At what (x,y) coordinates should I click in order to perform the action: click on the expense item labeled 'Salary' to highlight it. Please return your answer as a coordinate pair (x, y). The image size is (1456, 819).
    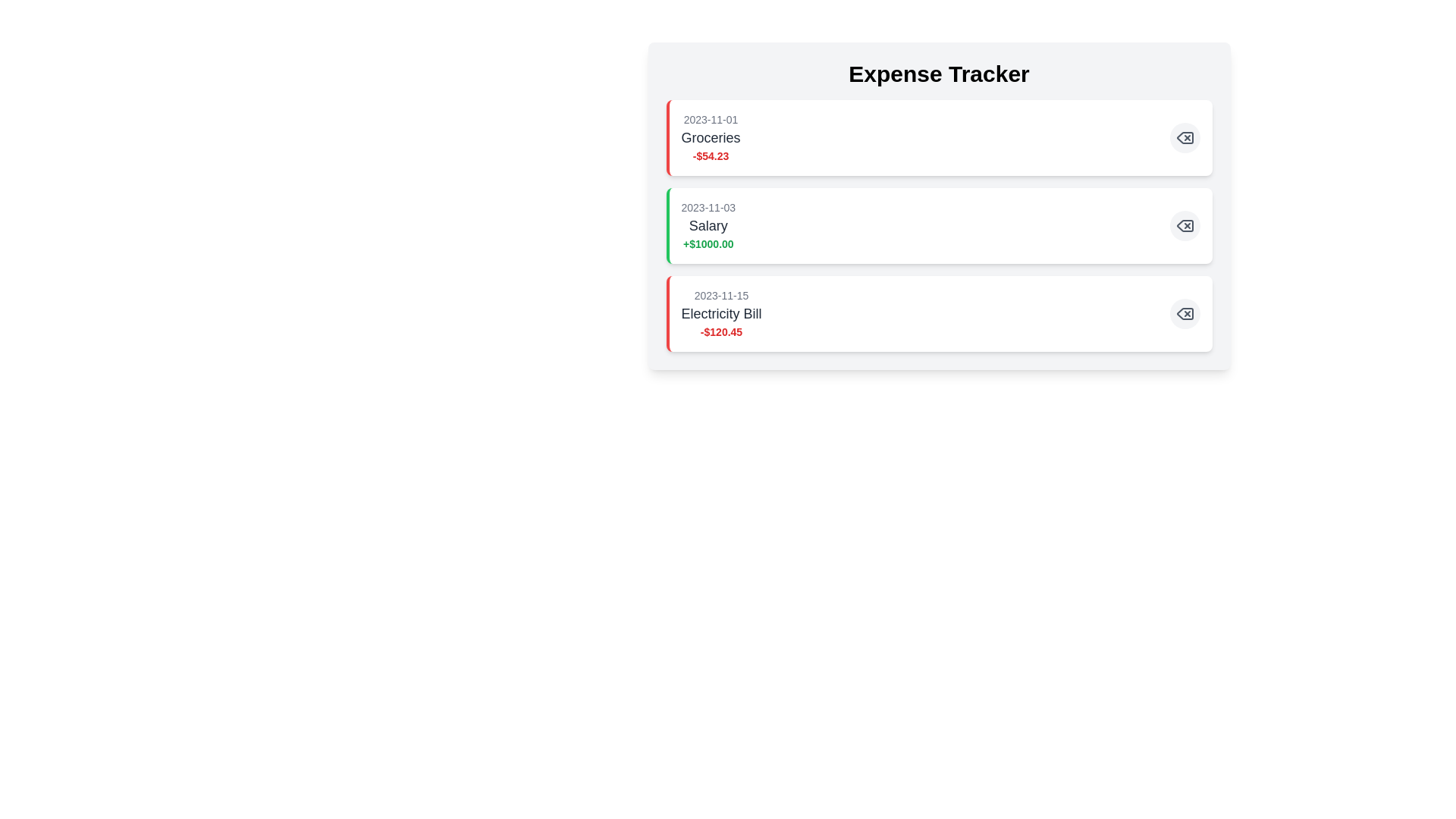
    Looking at the image, I should click on (938, 225).